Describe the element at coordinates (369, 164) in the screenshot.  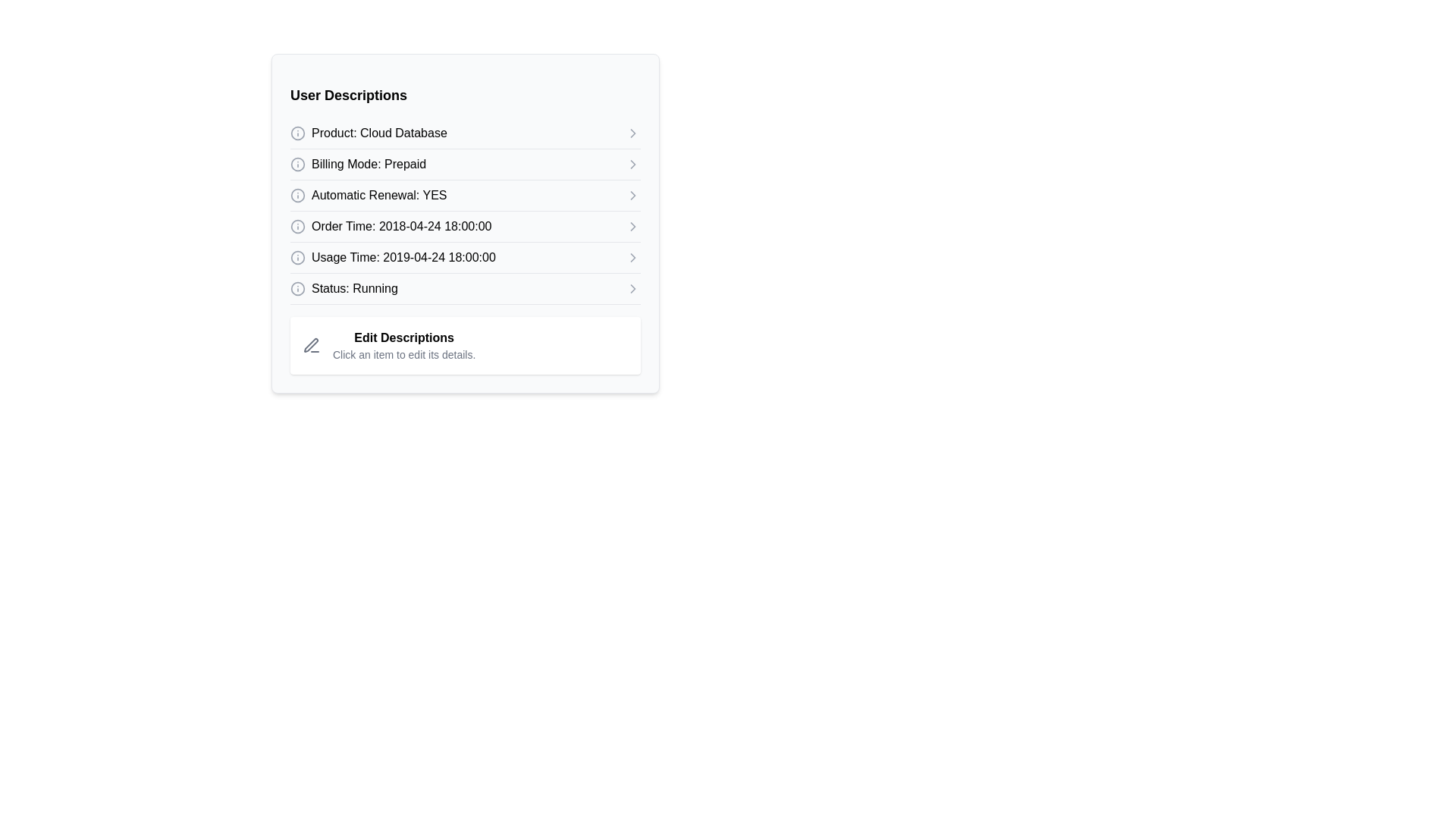
I see `the informative text label reading 'Billing Mode: Prepaid', which is positioned second in a vertical list under 'User Descriptions'` at that location.